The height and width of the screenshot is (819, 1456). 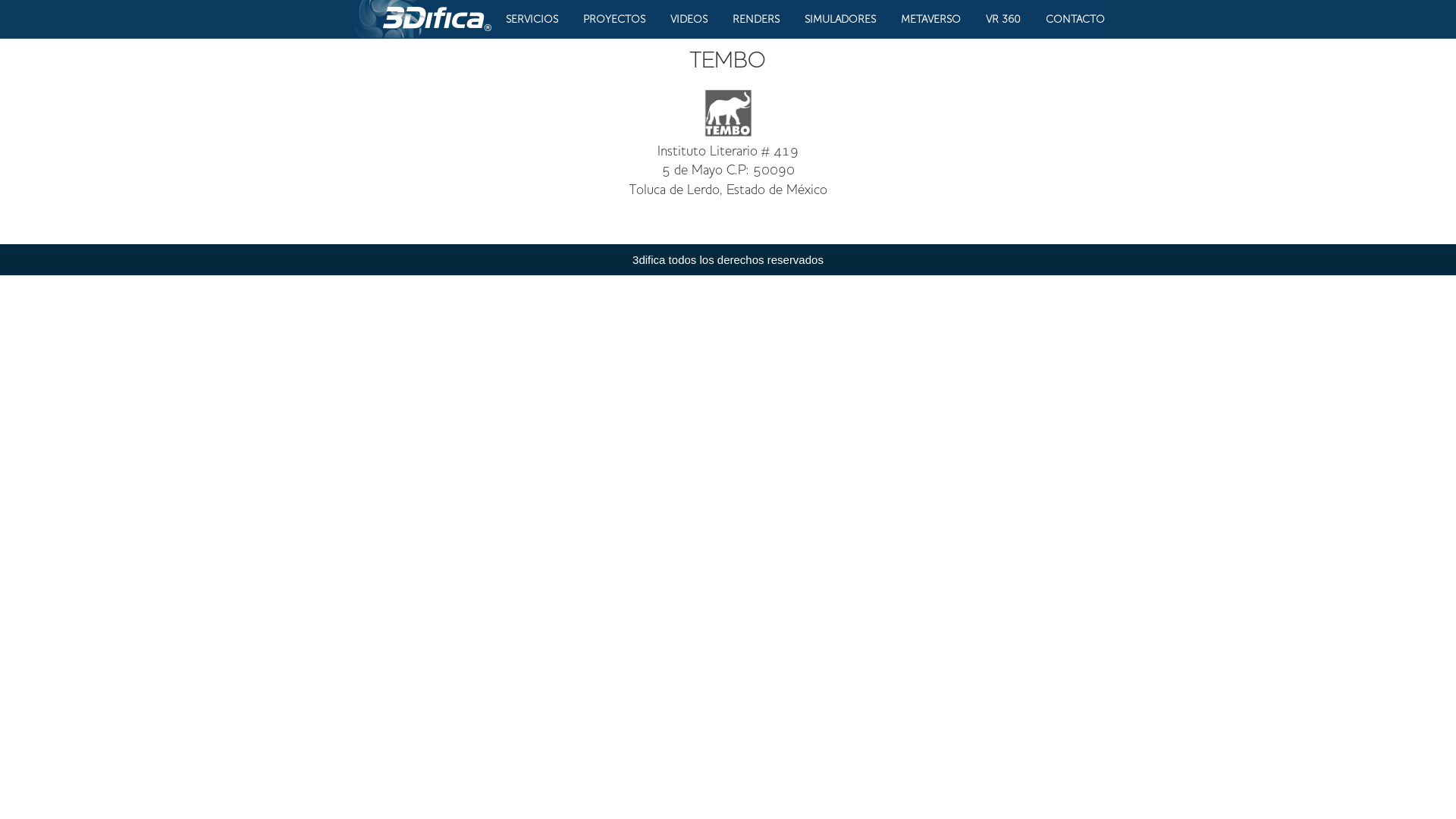 I want to click on 'RENDERS', so click(x=756, y=20).